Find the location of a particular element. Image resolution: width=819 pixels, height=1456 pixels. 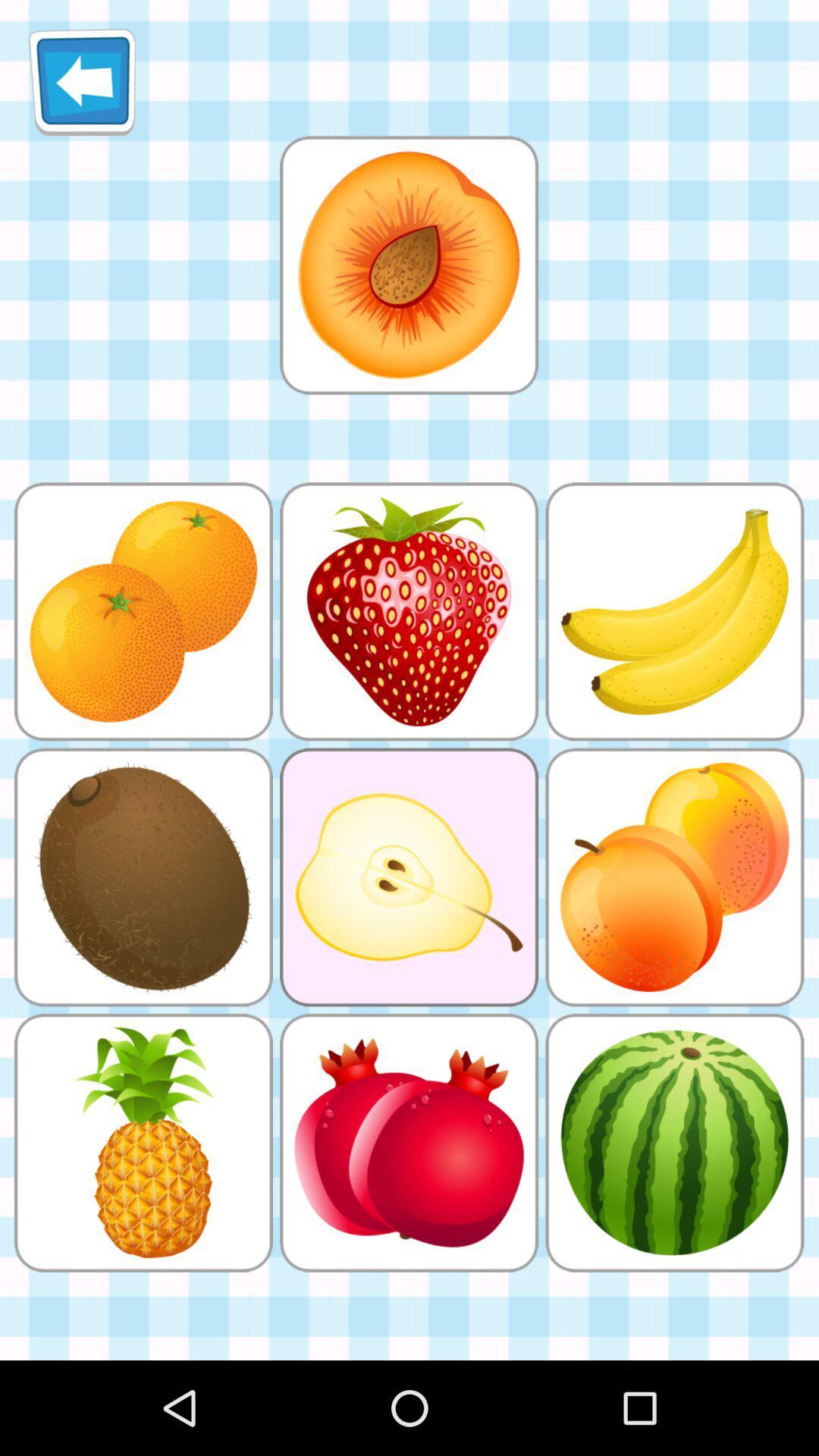

option 'peach is located at coordinates (408, 265).